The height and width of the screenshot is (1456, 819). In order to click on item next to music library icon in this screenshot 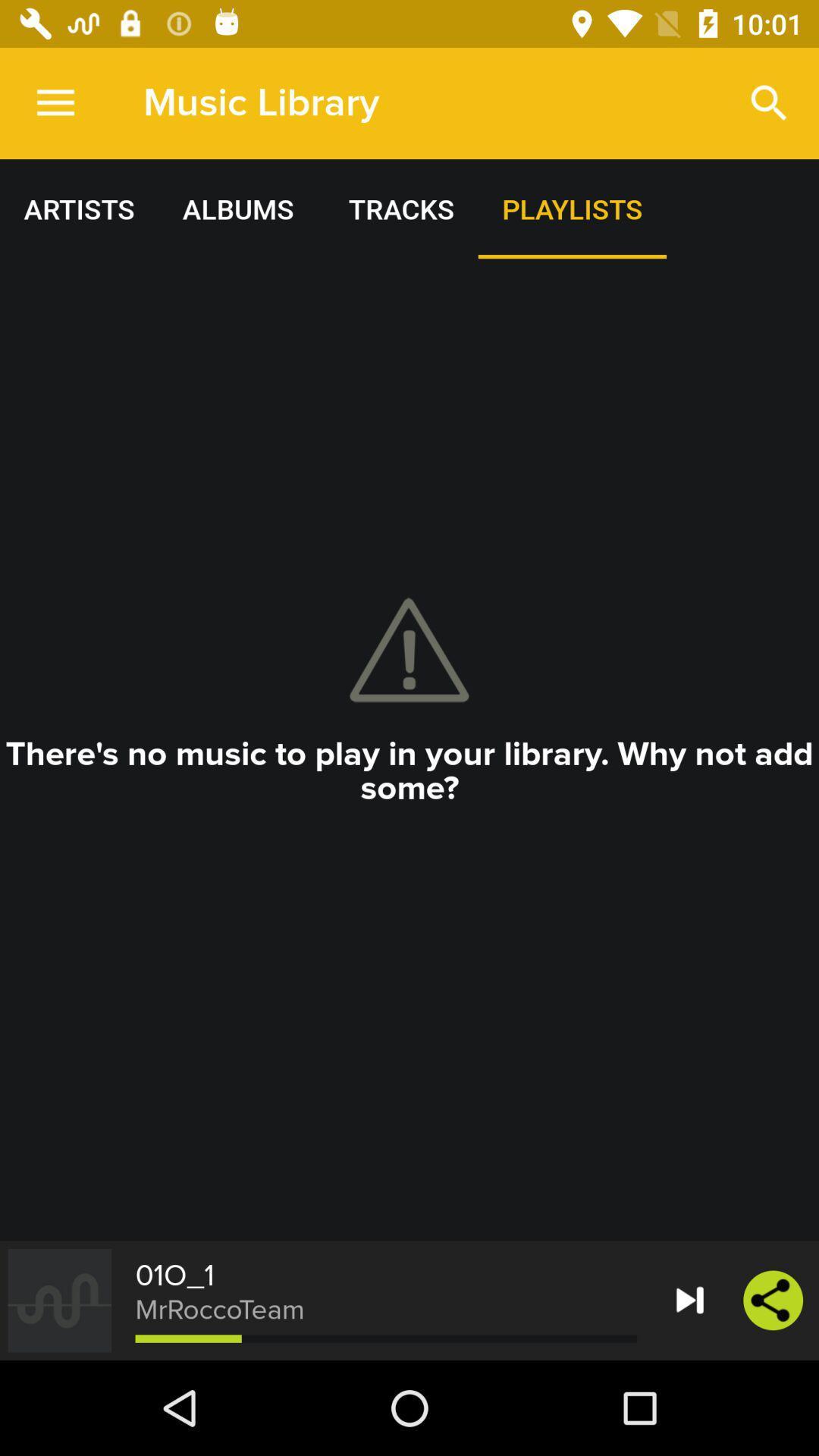, I will do `click(55, 102)`.